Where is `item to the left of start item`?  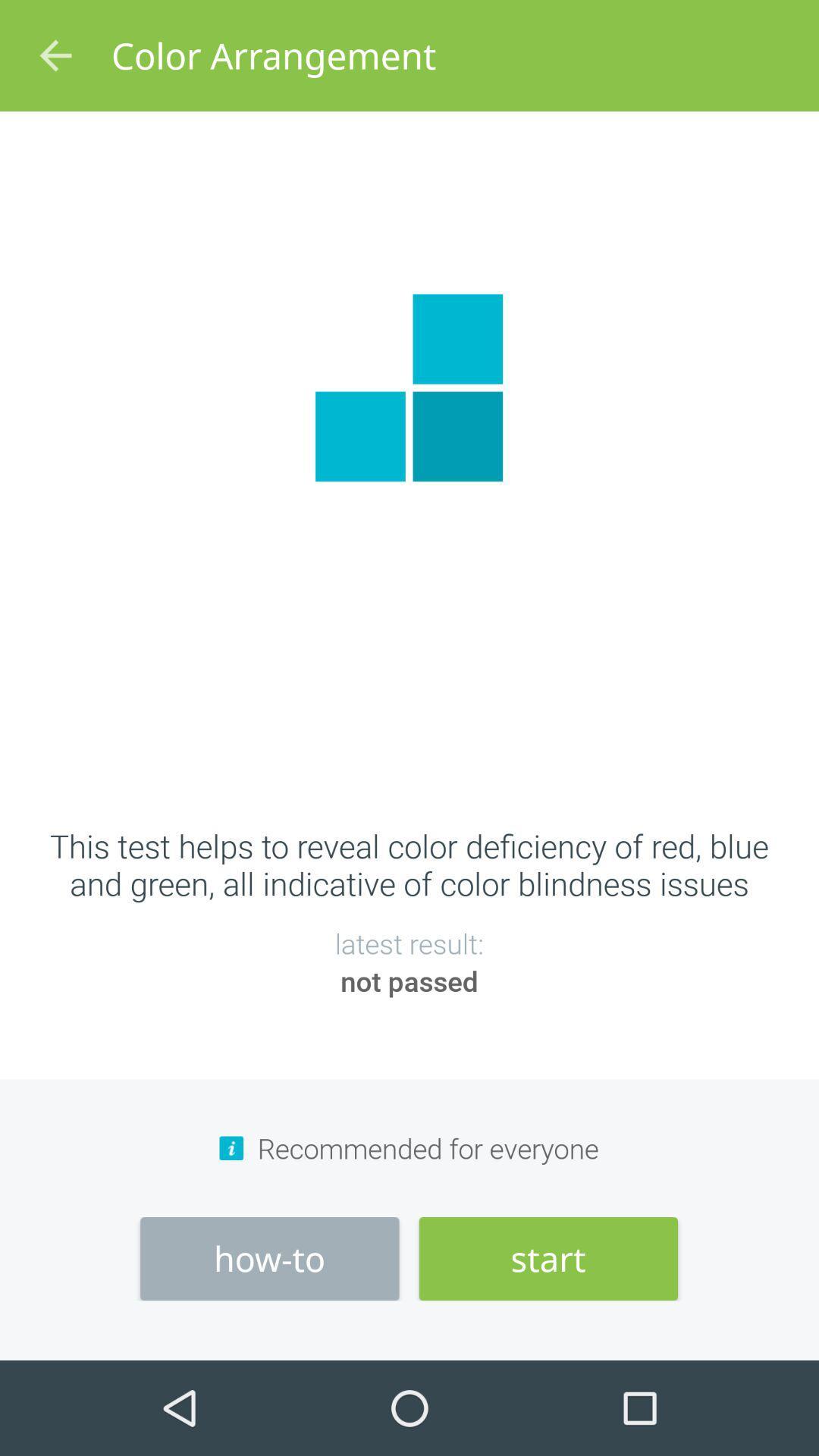 item to the left of start item is located at coordinates (268, 1259).